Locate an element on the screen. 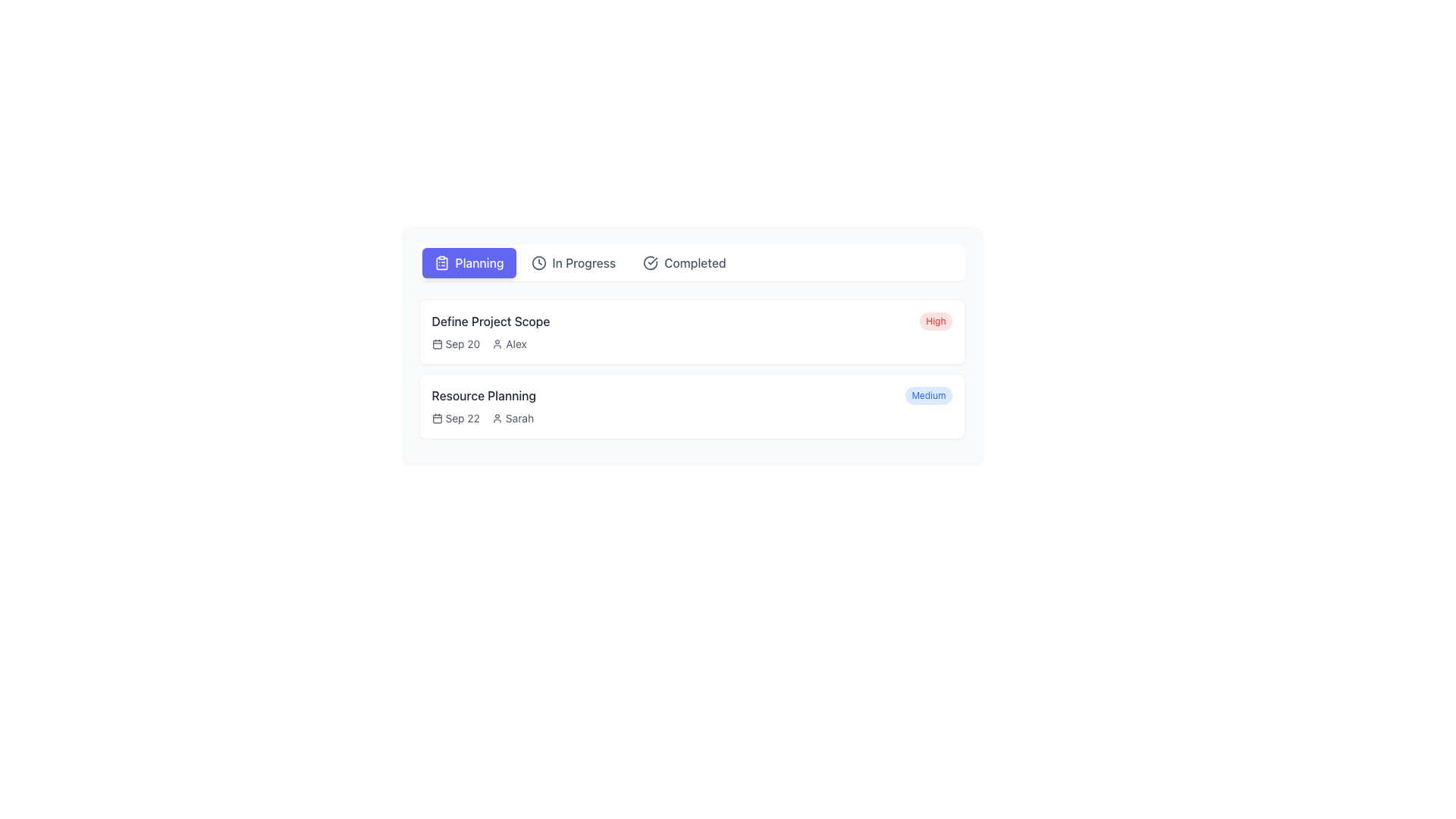  the SVG Circle representing the clock icon, located at the center of the 'In Progress' button in the navigation tab is located at coordinates (538, 262).